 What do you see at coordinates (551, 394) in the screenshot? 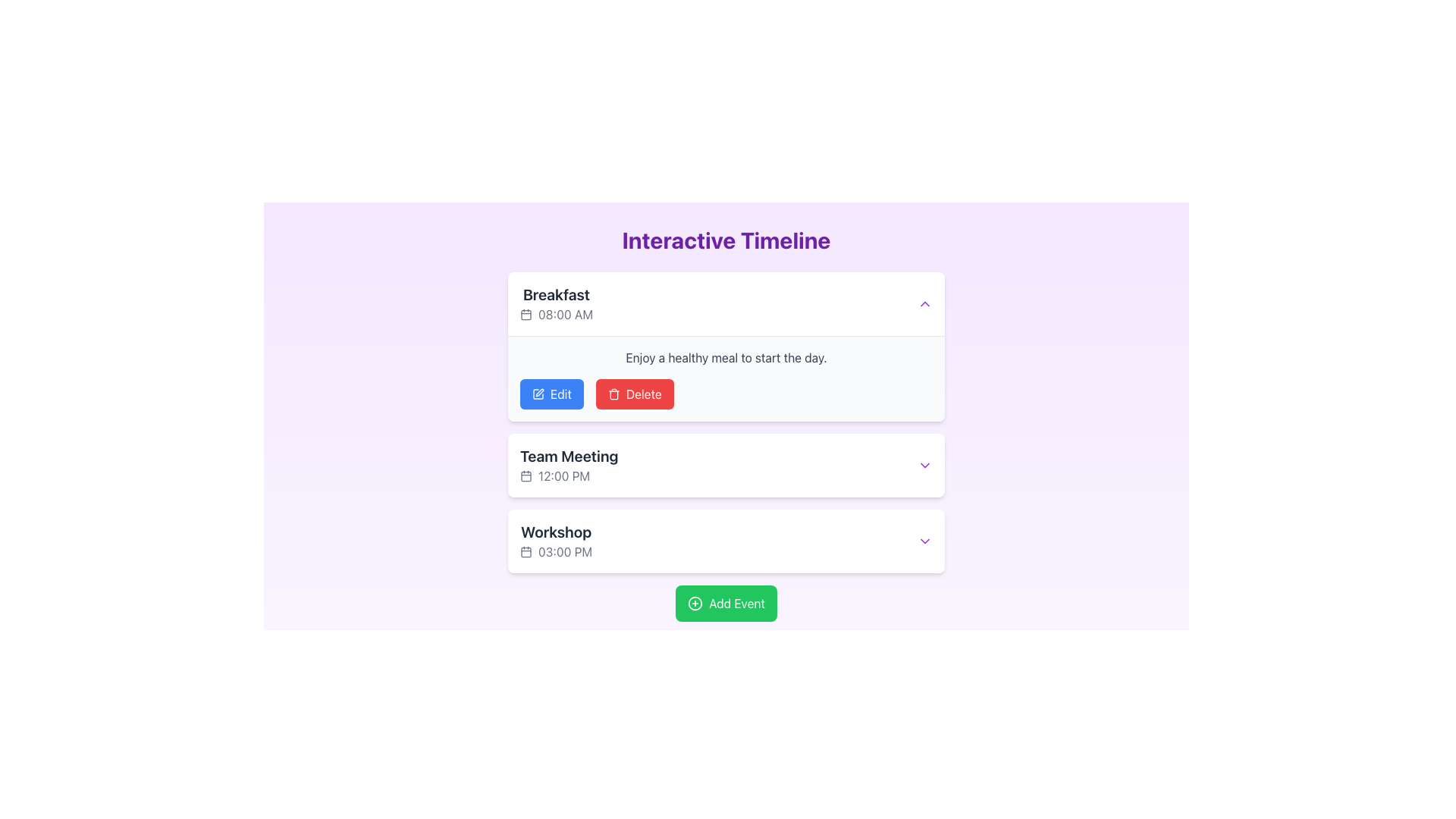
I see `the 'Edit' button located in the 'Interactive Timeline' under the 'Breakfast' event to initiate edit mode` at bounding box center [551, 394].